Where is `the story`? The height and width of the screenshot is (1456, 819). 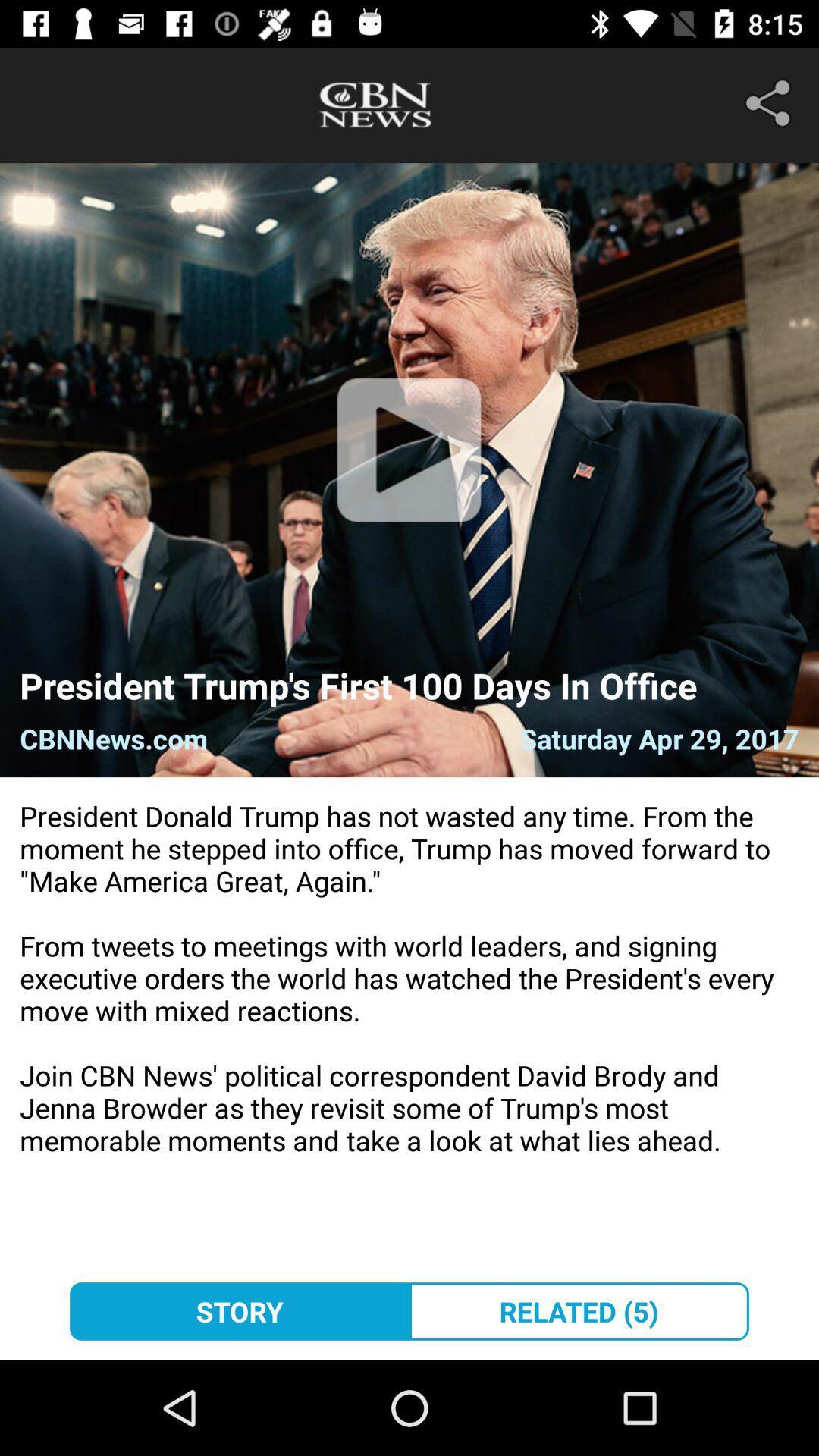 the story is located at coordinates (239, 1310).